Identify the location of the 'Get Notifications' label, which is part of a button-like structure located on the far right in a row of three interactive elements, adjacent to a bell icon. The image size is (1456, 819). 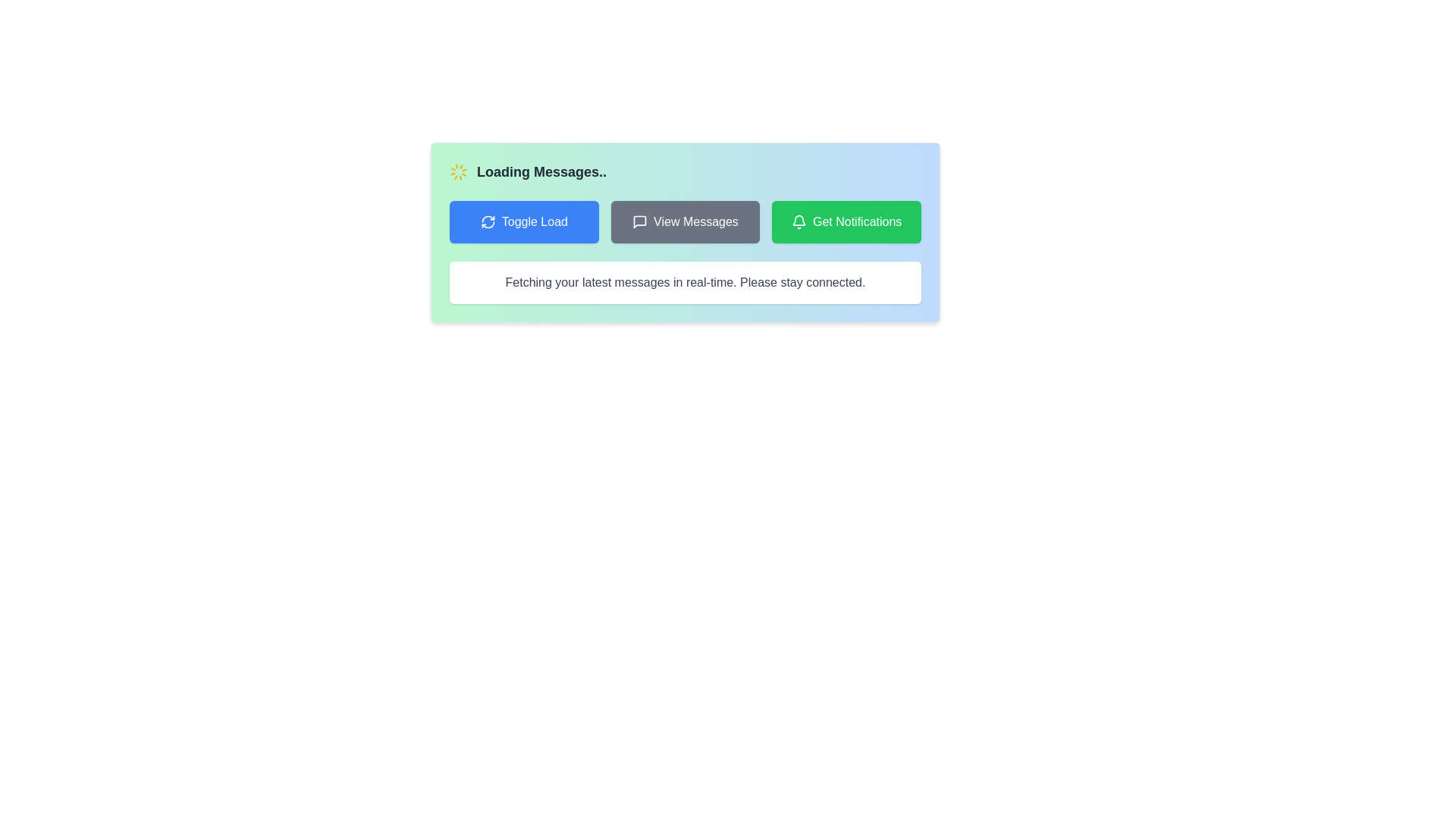
(857, 222).